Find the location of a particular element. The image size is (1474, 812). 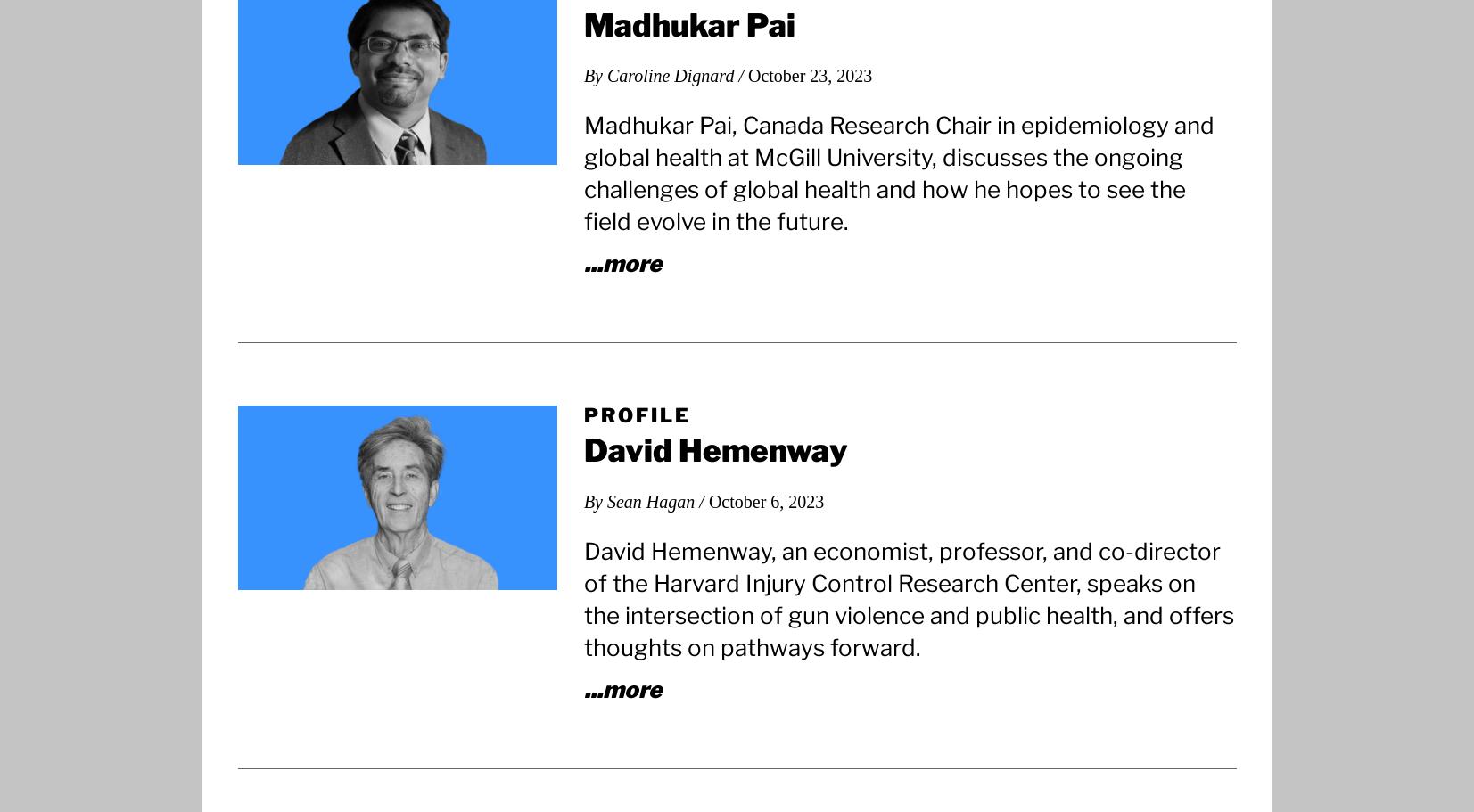

'Madhukar Pai' is located at coordinates (688, 24).